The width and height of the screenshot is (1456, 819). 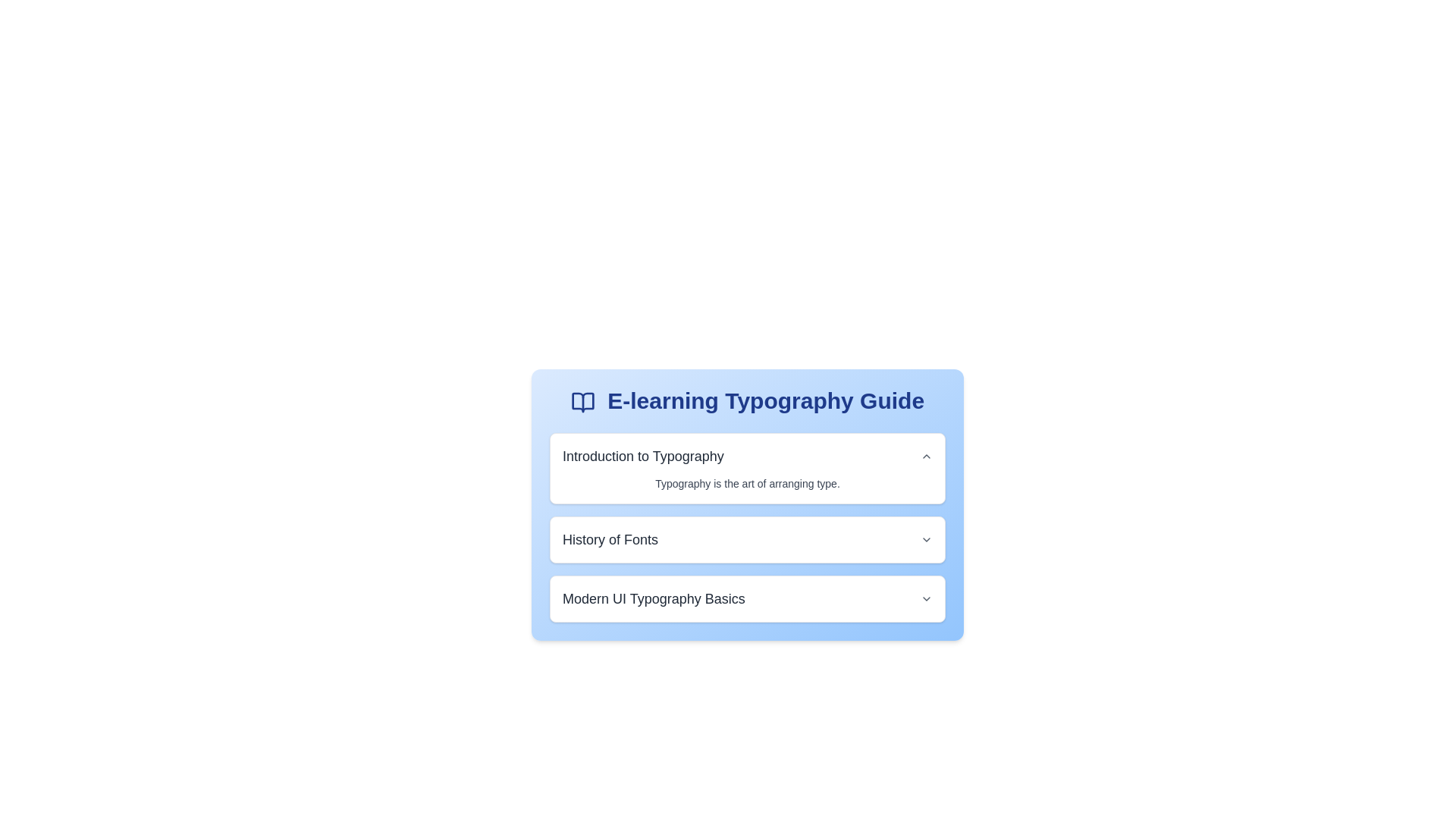 I want to click on the dropdown button next to the title 'Introduction to Typography', so click(x=747, y=455).